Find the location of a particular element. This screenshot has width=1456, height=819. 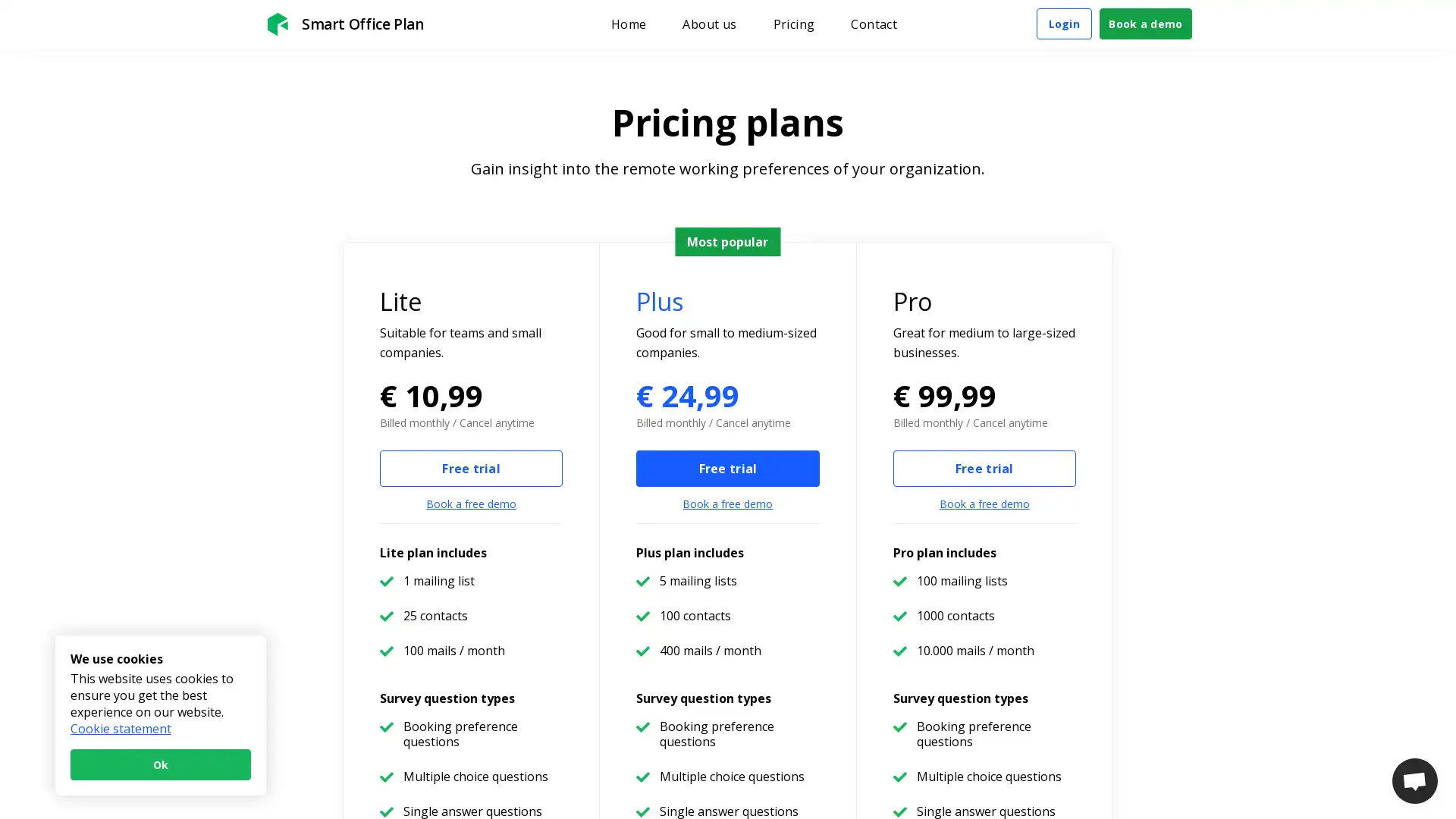

Book a demo is located at coordinates (1146, 24).